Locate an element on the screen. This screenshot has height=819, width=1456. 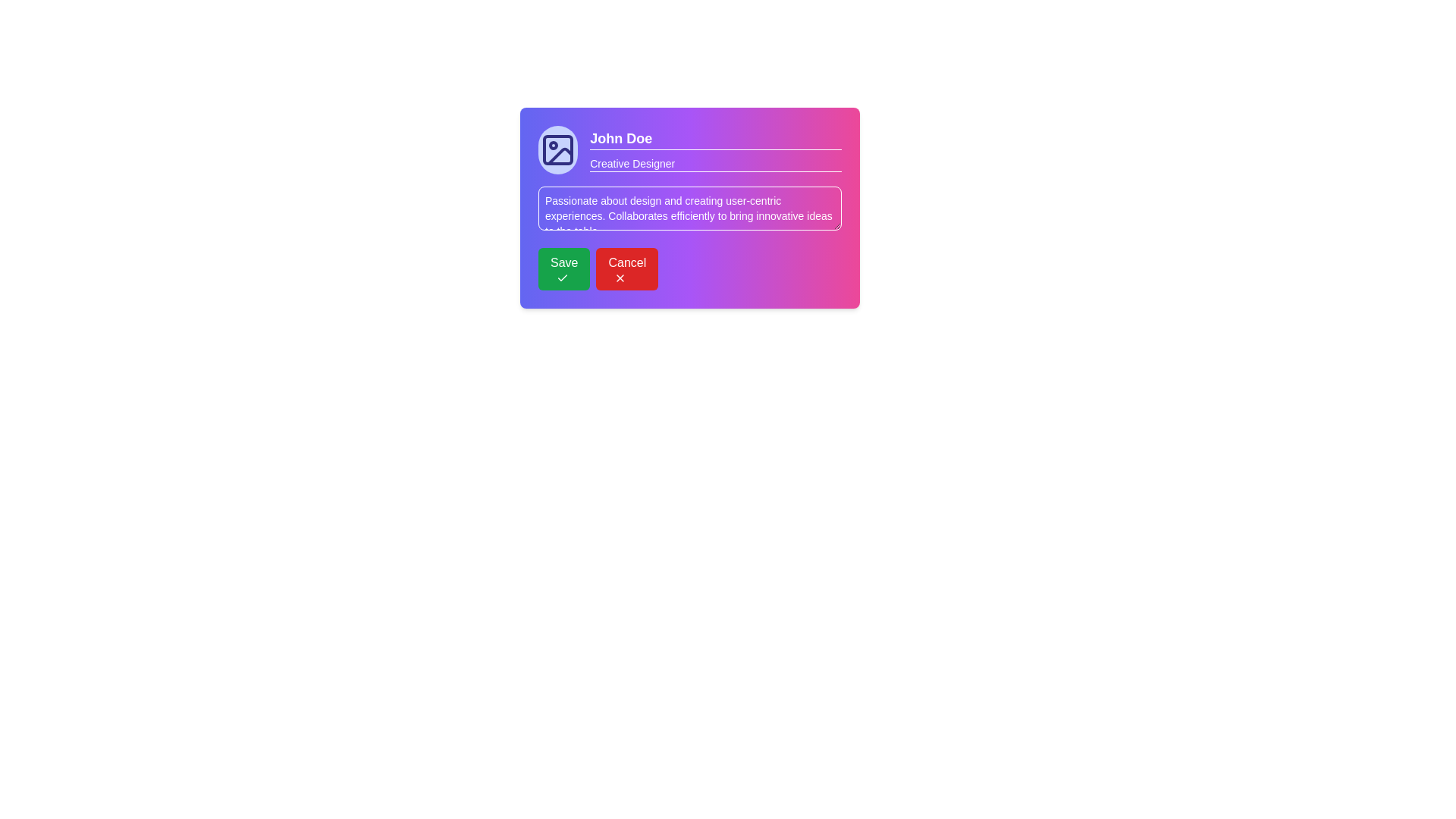
the cross (X) icon with a red background located within the 'Cancel' button on the lower right corner of the card layout is located at coordinates (620, 278).